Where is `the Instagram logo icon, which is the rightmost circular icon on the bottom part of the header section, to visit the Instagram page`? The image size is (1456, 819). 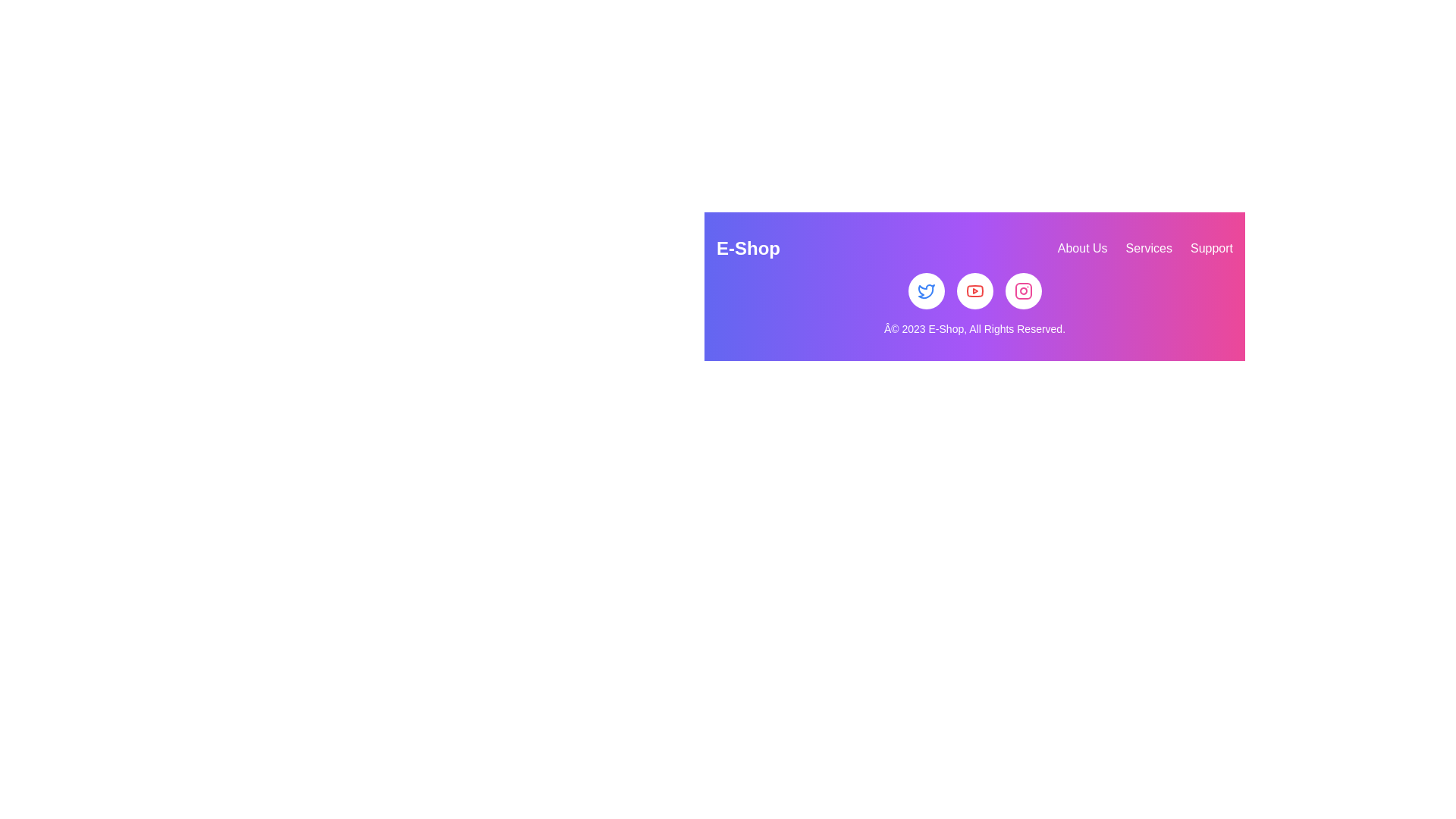
the Instagram logo icon, which is the rightmost circular icon on the bottom part of the header section, to visit the Instagram page is located at coordinates (1023, 291).